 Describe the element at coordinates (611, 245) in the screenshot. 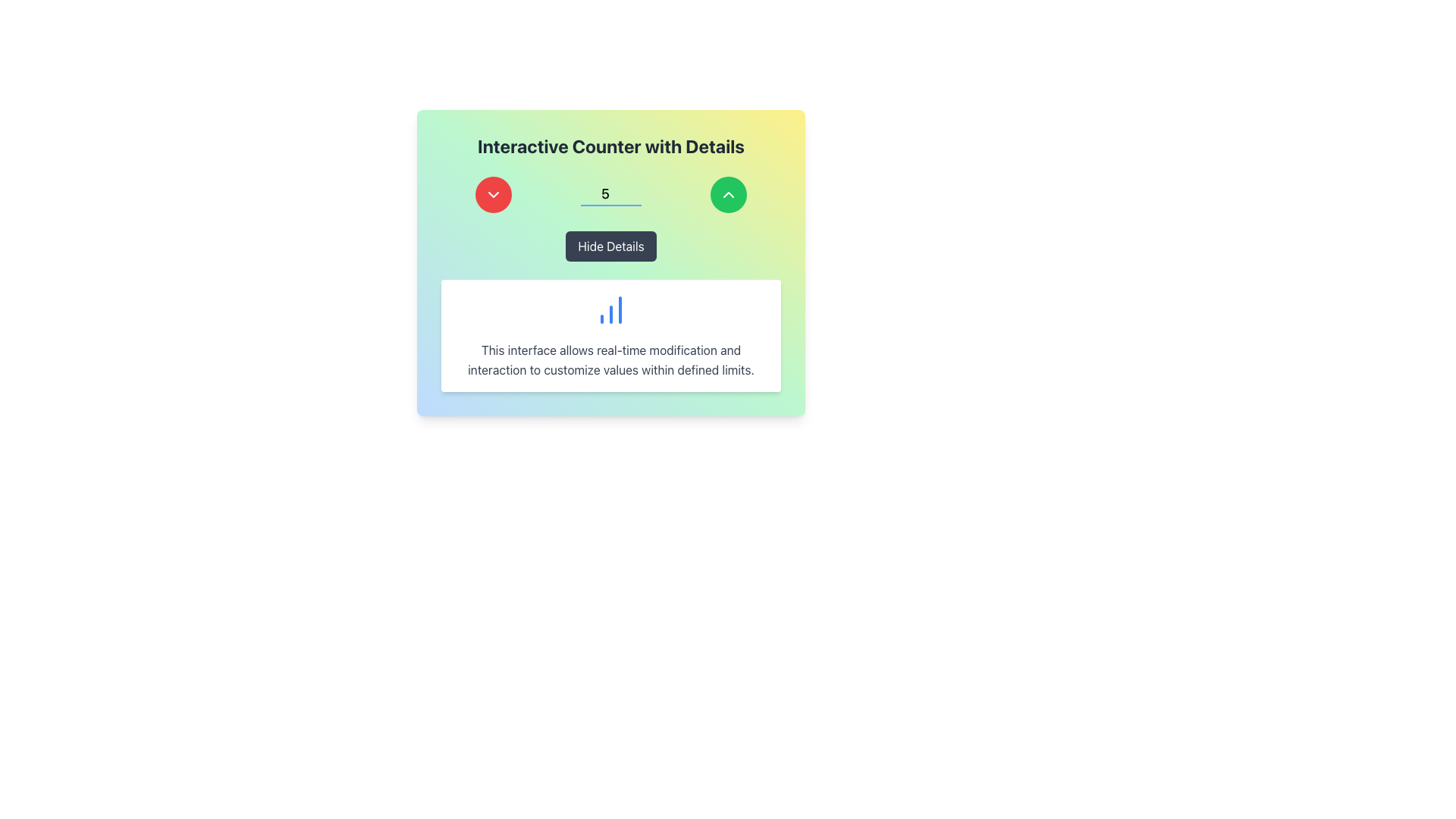

I see `the rectangular button with a dark gray background labeled 'Hide Details'` at that location.